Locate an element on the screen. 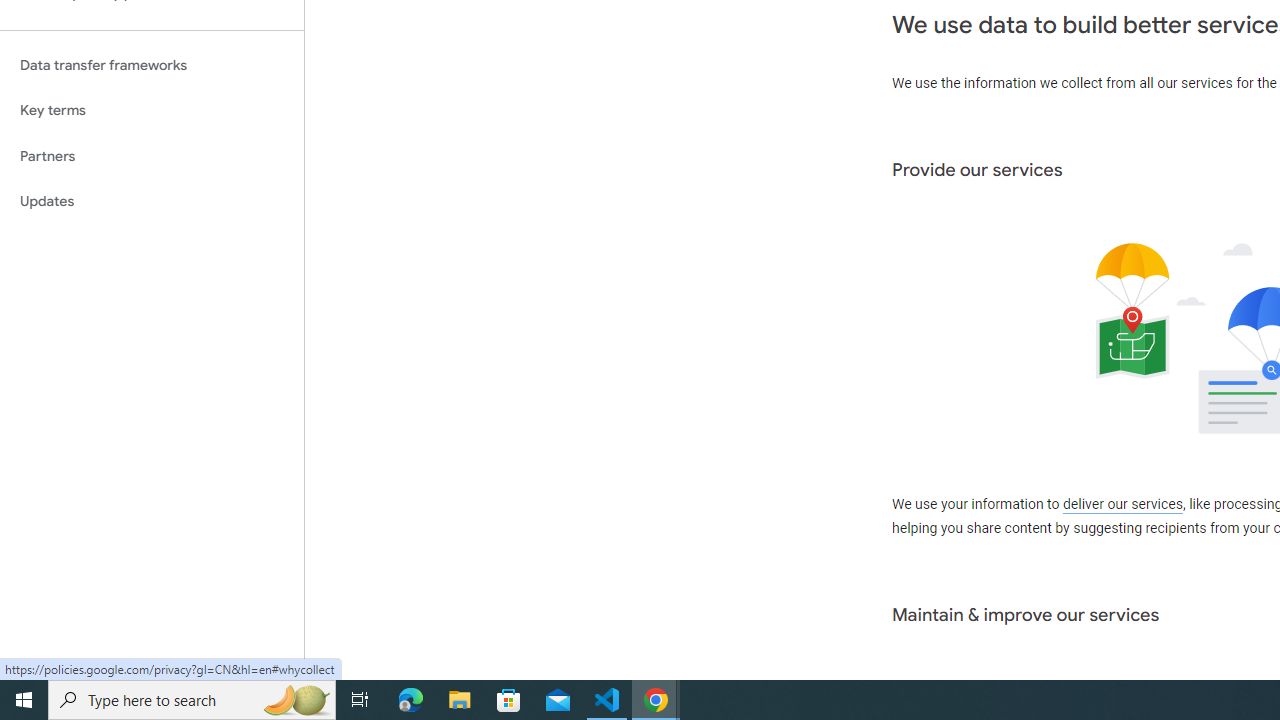 Image resolution: width=1280 pixels, height=720 pixels. 'Data transfer frameworks' is located at coordinates (151, 64).